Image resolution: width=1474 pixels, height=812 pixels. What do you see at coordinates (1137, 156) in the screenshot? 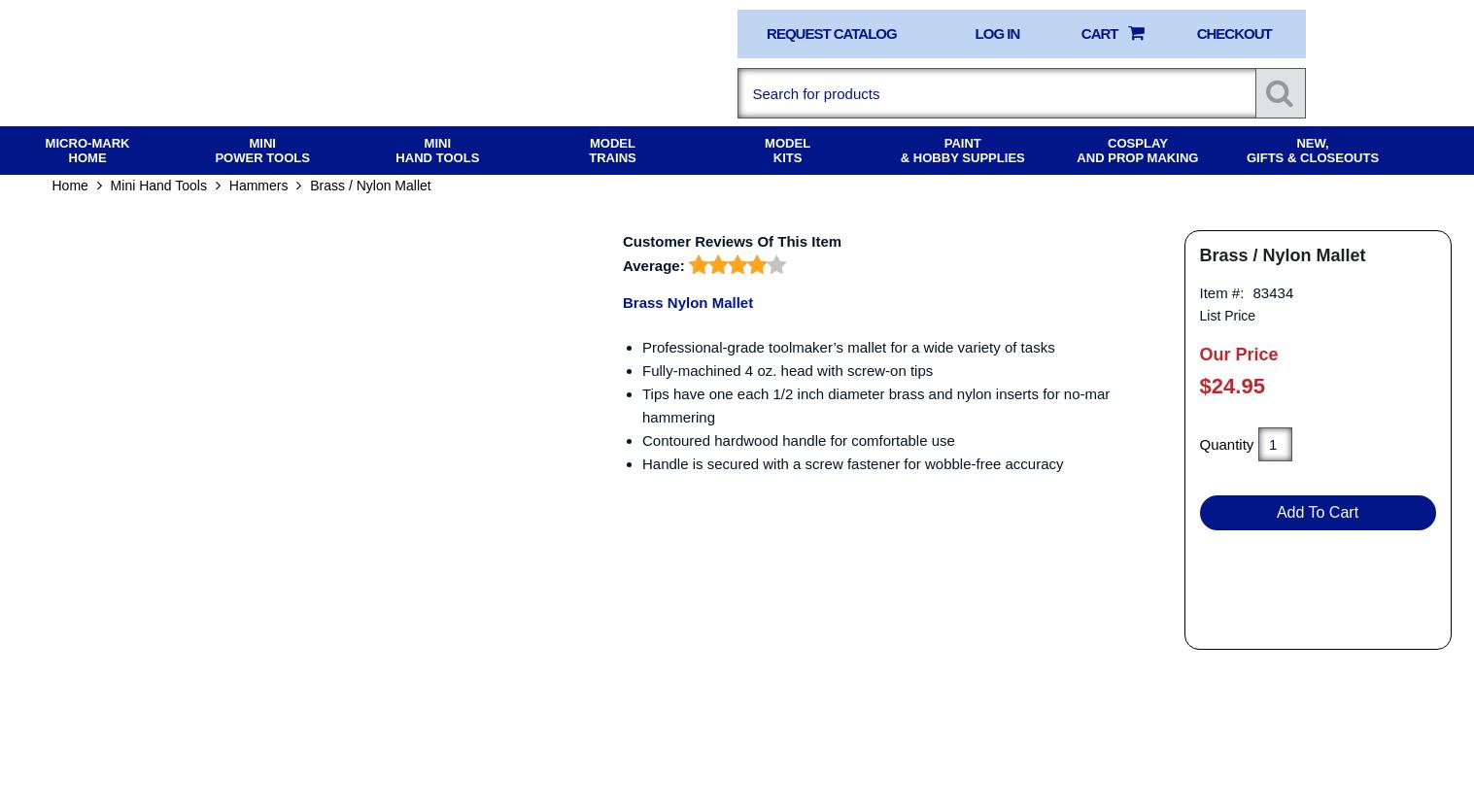
I see `'and Prop Making'` at bounding box center [1137, 156].